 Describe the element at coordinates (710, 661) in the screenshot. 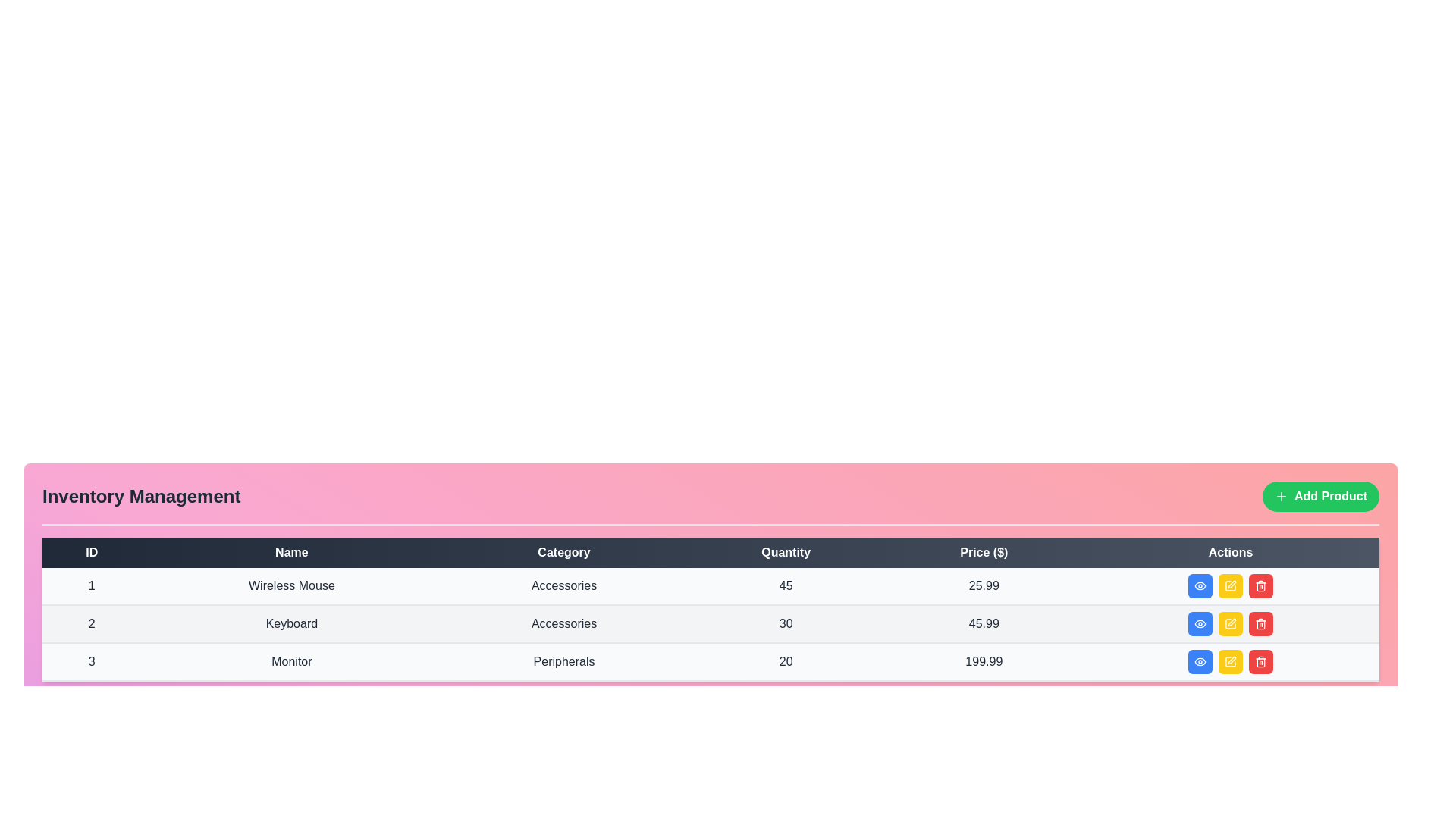

I see `the third row in the 'Inventory Management' table` at that location.